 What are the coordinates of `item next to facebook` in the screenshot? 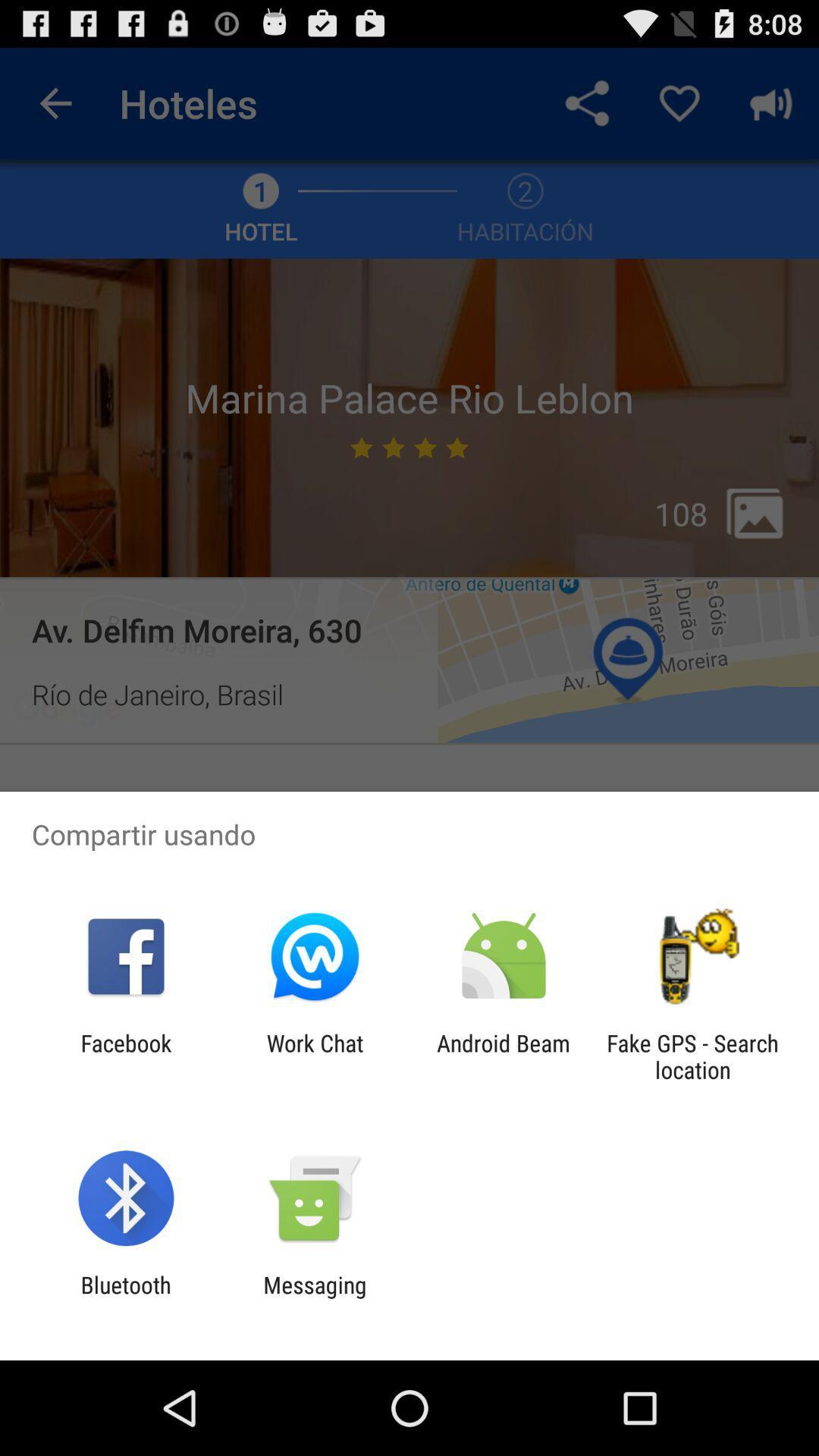 It's located at (314, 1056).